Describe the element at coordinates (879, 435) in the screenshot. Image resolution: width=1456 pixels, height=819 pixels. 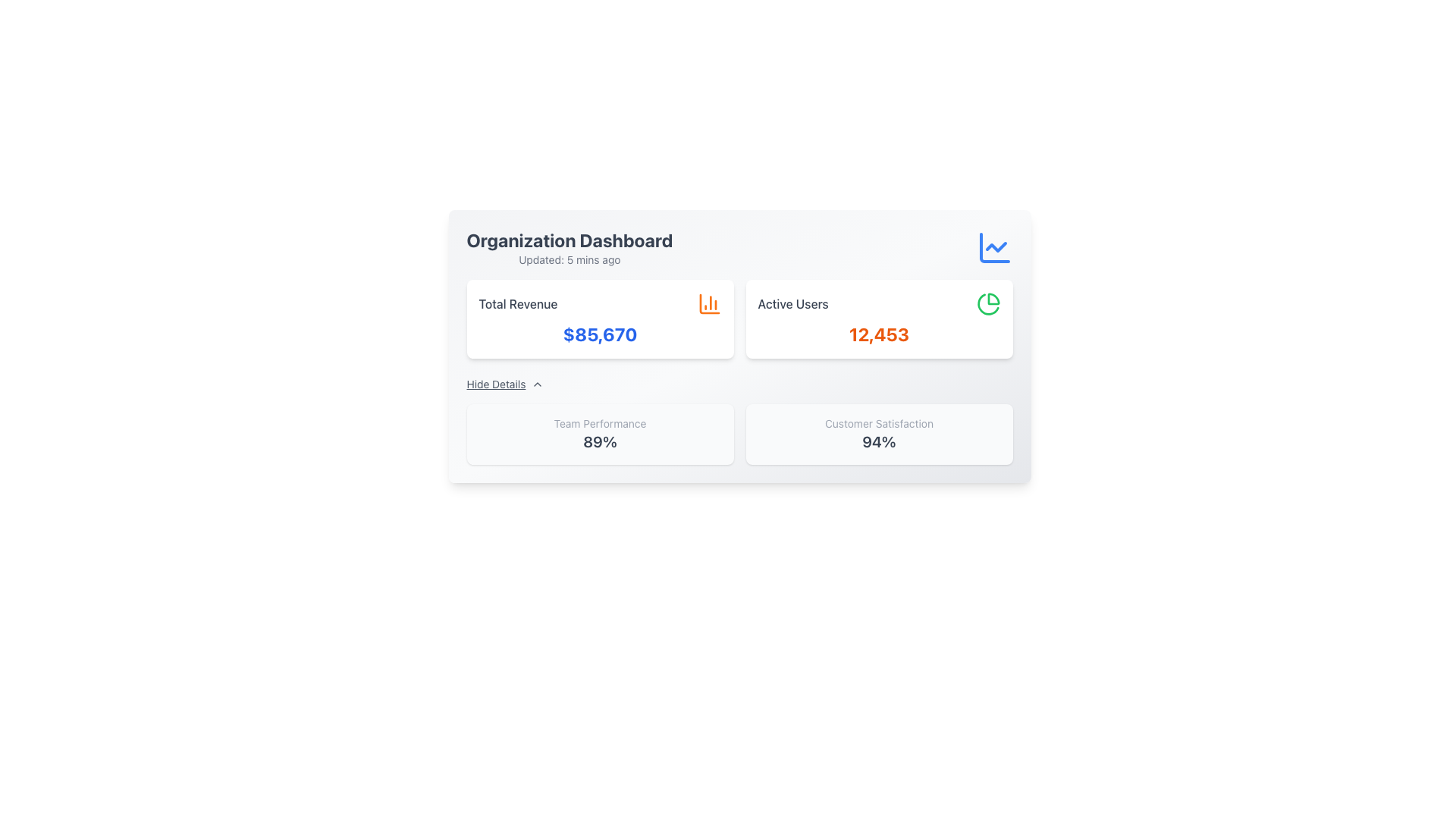
I see `the 'Customer Satisfaction' textual display card located in the lower-right section of the 'Organization Dashboard' interface, which provides a numeric performance metric` at that location.